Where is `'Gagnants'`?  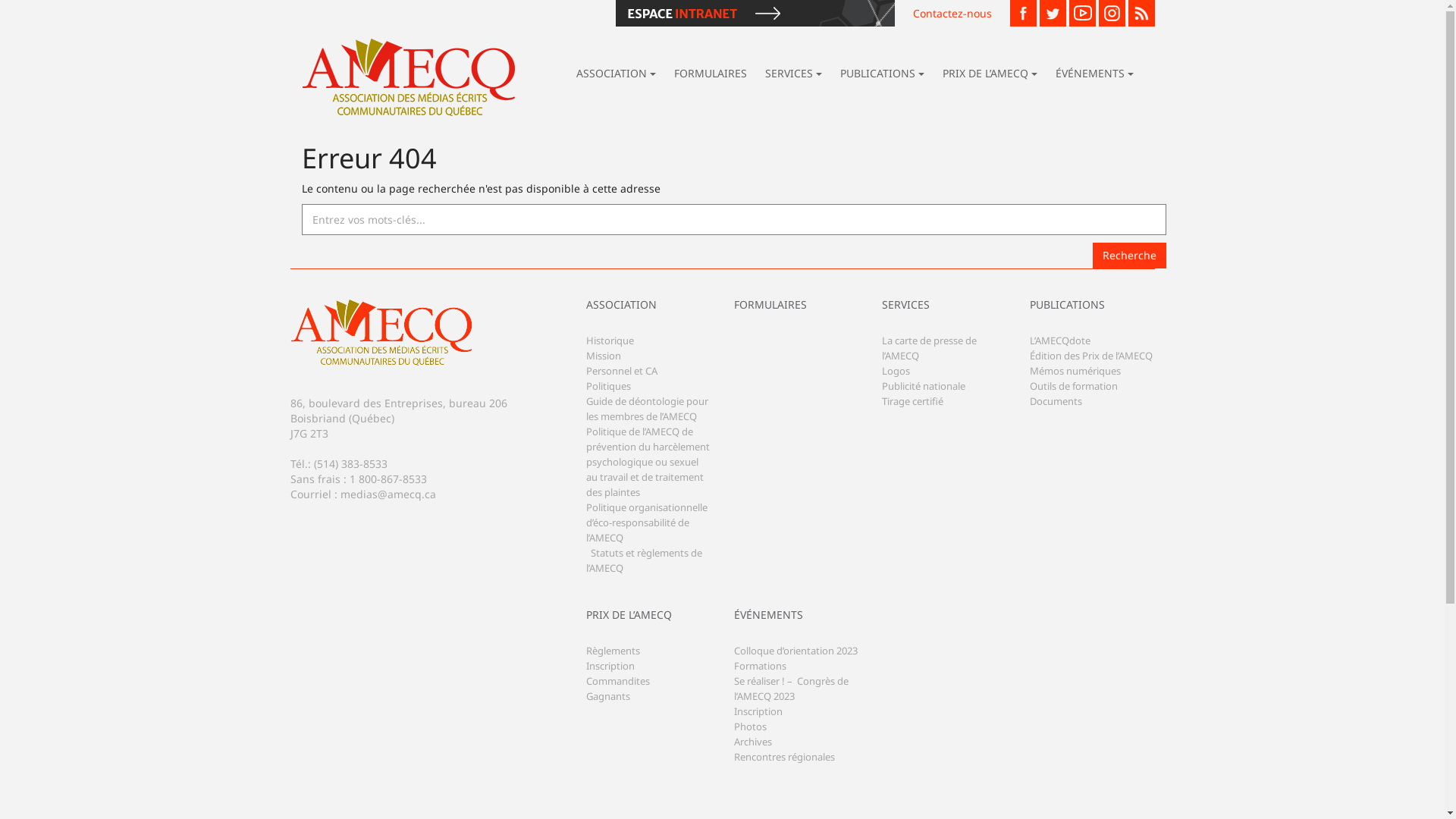 'Gagnants' is located at coordinates (607, 708).